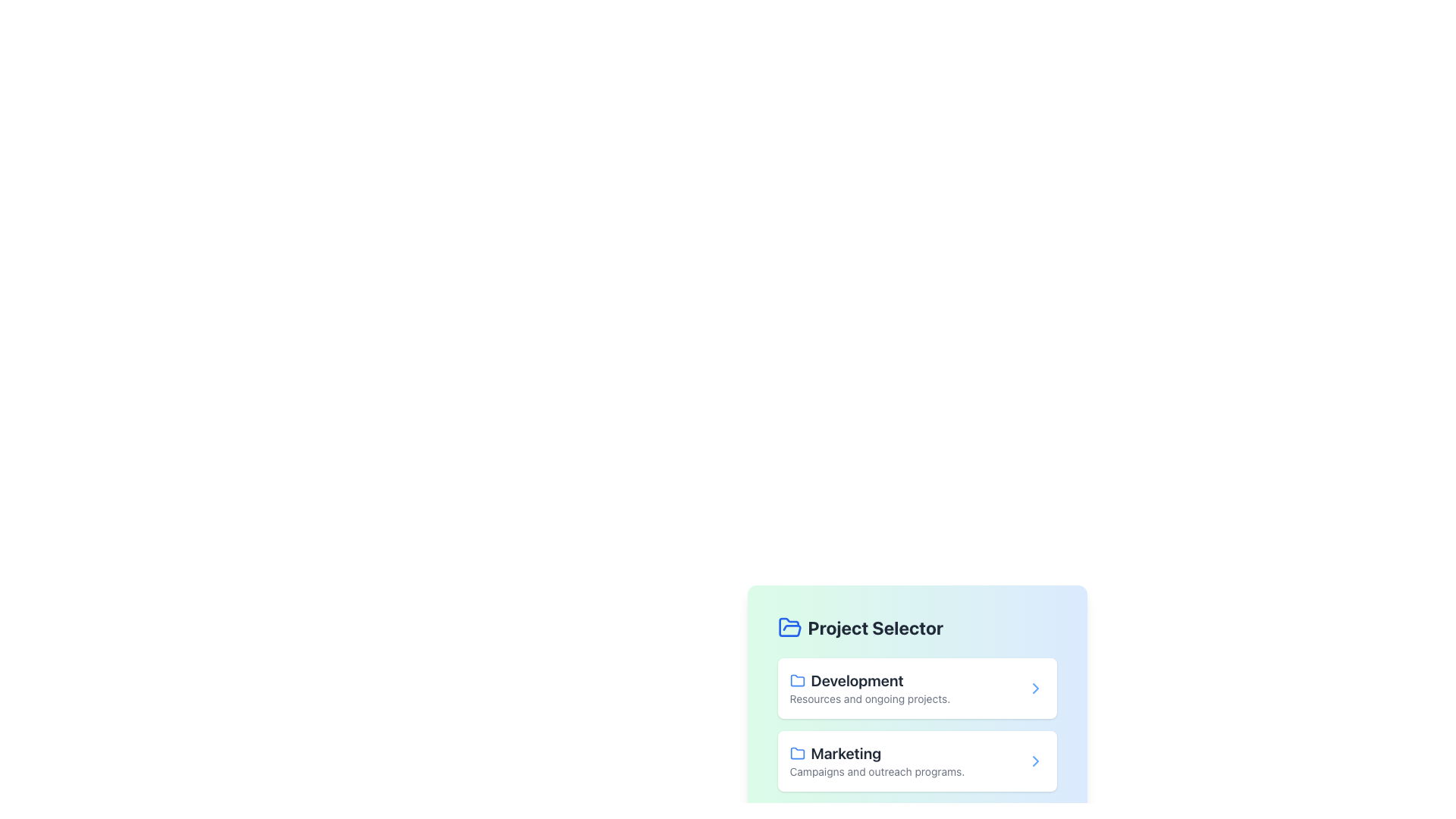 Image resolution: width=1456 pixels, height=819 pixels. I want to click on the rightward-pointing arrow icon (Chevron) located in the 'Development' entry of the 'Project Selector' panel, so click(1034, 688).